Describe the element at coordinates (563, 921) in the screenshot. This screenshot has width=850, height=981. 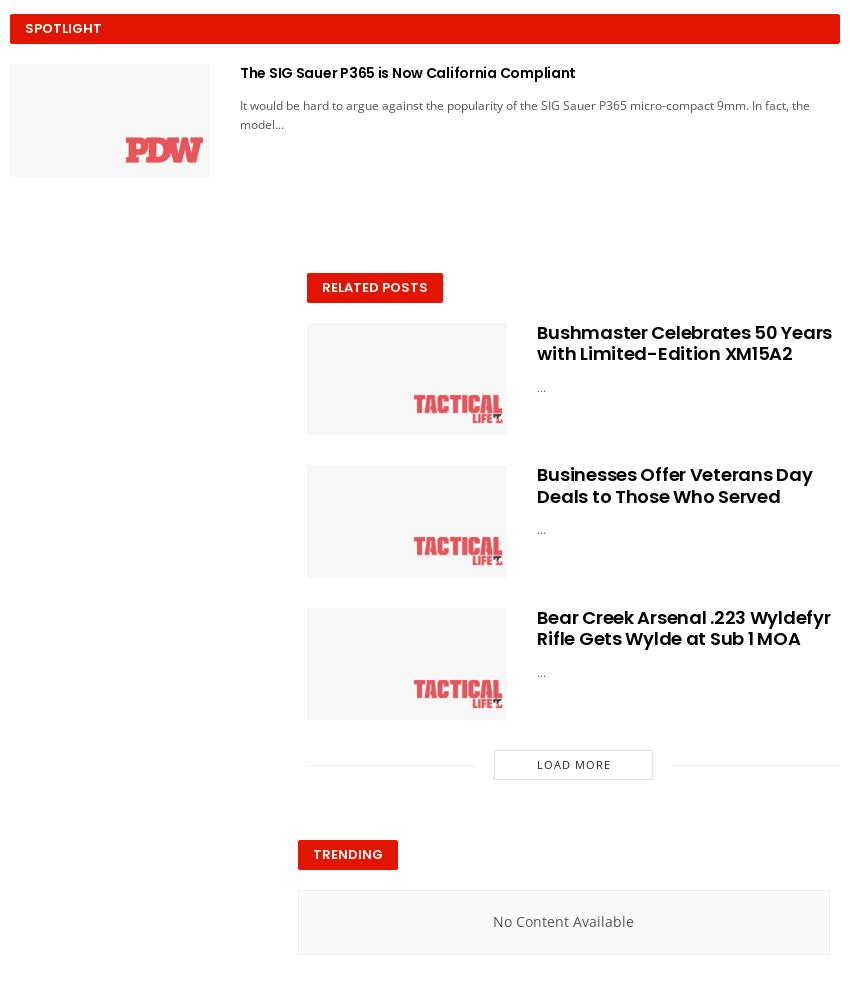
I see `'No Content Available'` at that location.